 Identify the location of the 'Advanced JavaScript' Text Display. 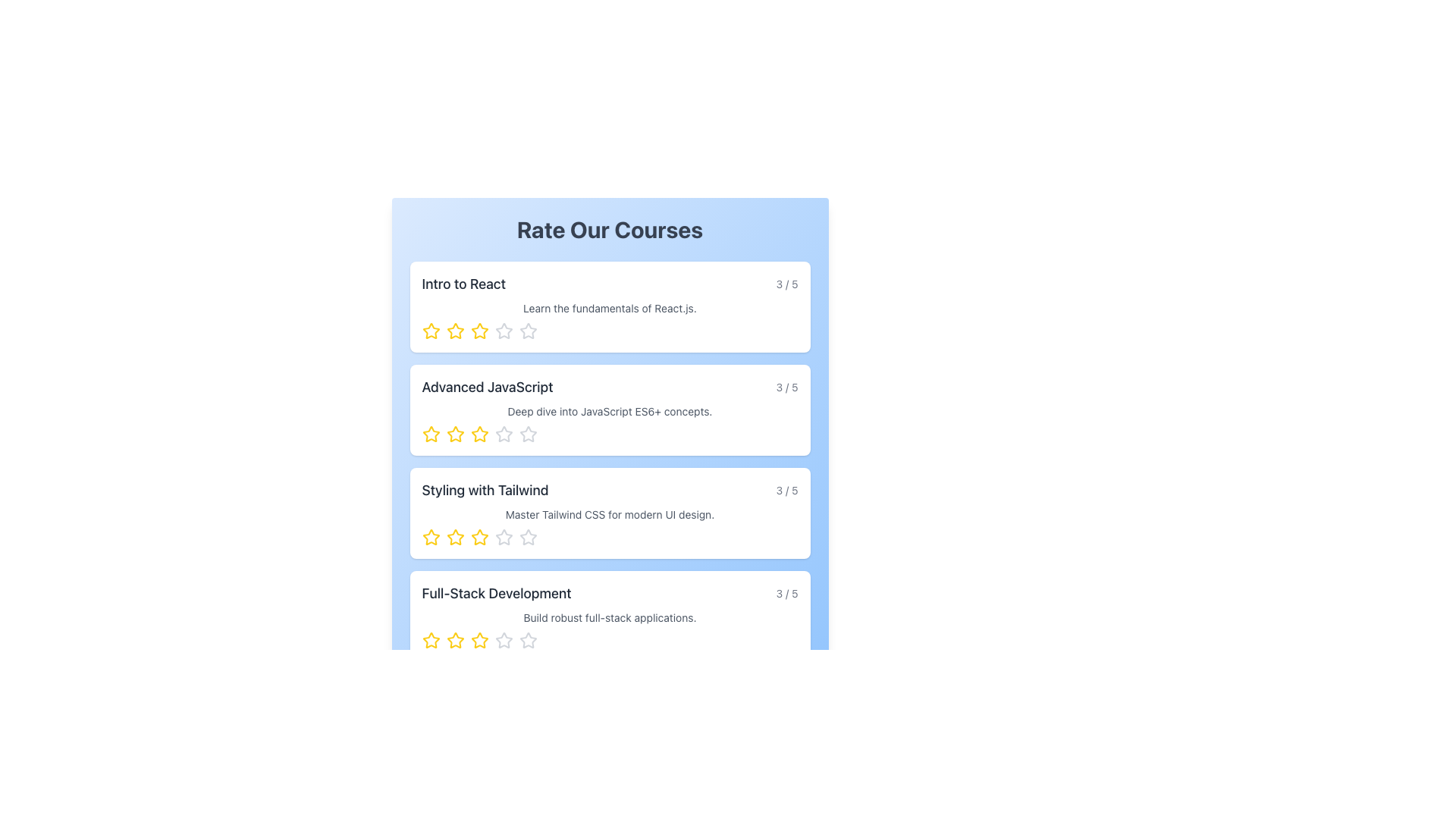
(610, 386).